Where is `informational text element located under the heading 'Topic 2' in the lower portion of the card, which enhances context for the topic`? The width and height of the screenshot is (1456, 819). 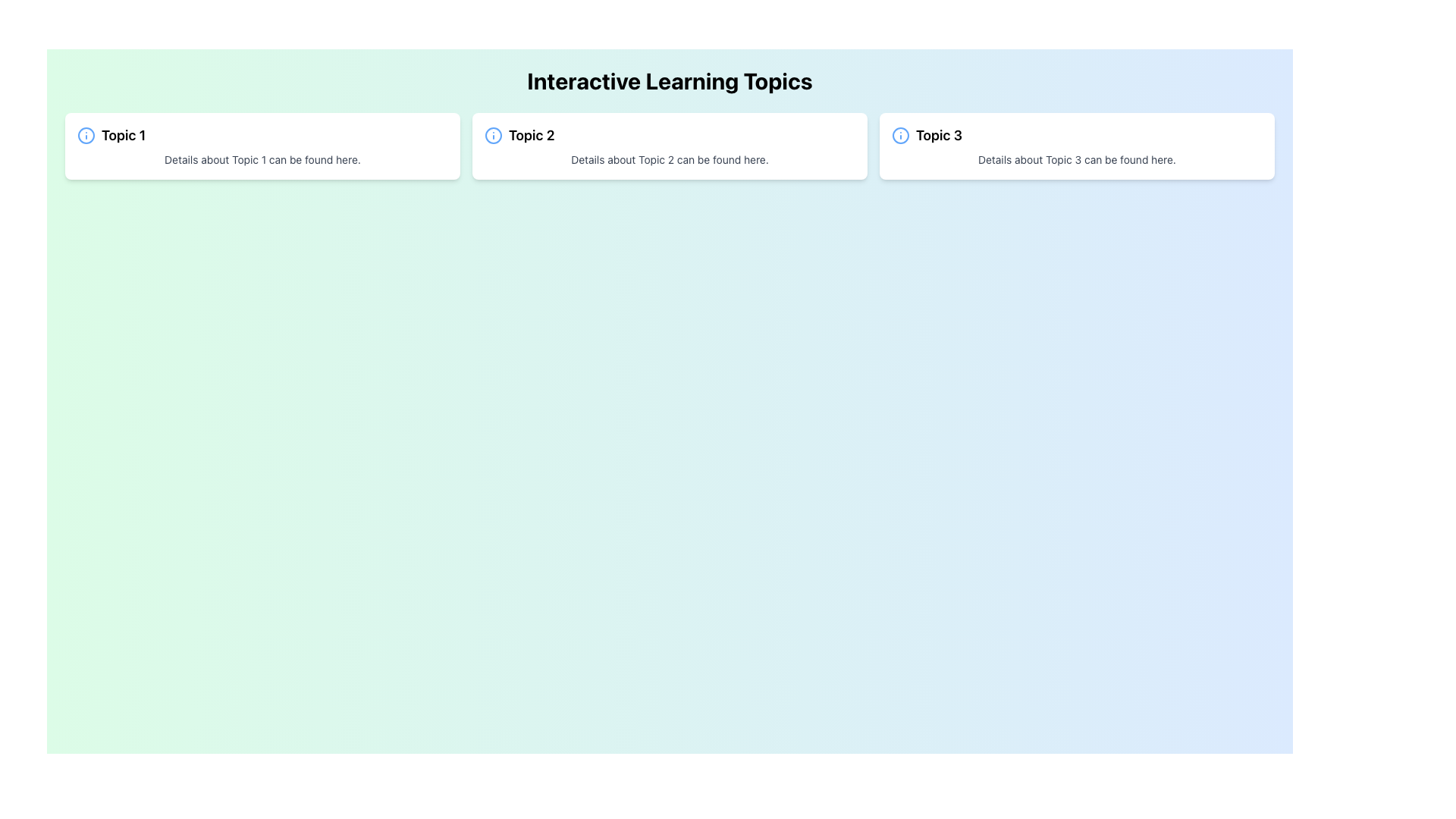
informational text element located under the heading 'Topic 2' in the lower portion of the card, which enhances context for the topic is located at coordinates (669, 160).